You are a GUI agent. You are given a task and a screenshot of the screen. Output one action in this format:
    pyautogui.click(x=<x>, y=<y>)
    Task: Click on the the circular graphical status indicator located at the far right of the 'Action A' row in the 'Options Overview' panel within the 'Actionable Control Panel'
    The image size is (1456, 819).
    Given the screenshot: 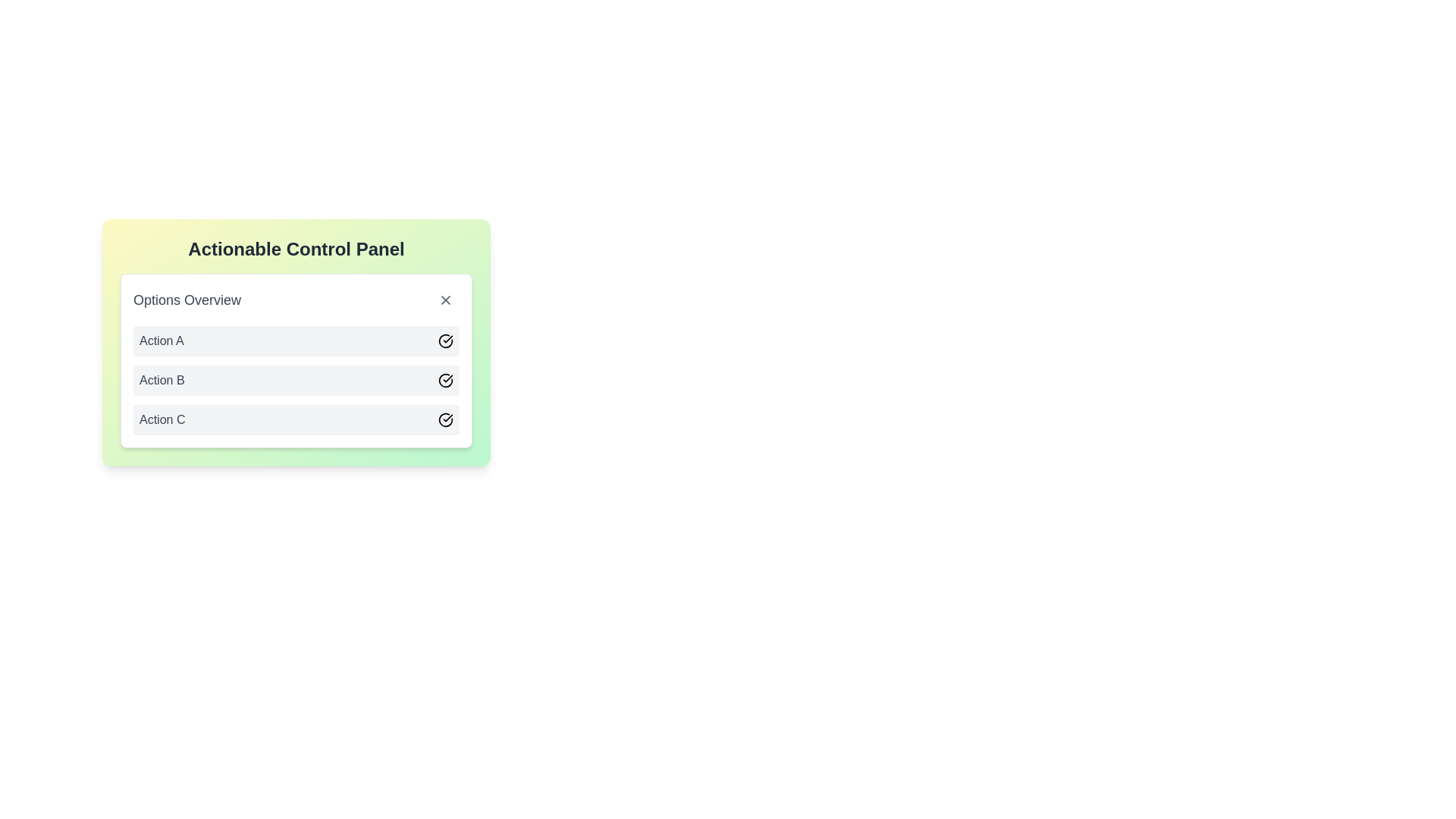 What is the action you would take?
    pyautogui.click(x=445, y=339)
    